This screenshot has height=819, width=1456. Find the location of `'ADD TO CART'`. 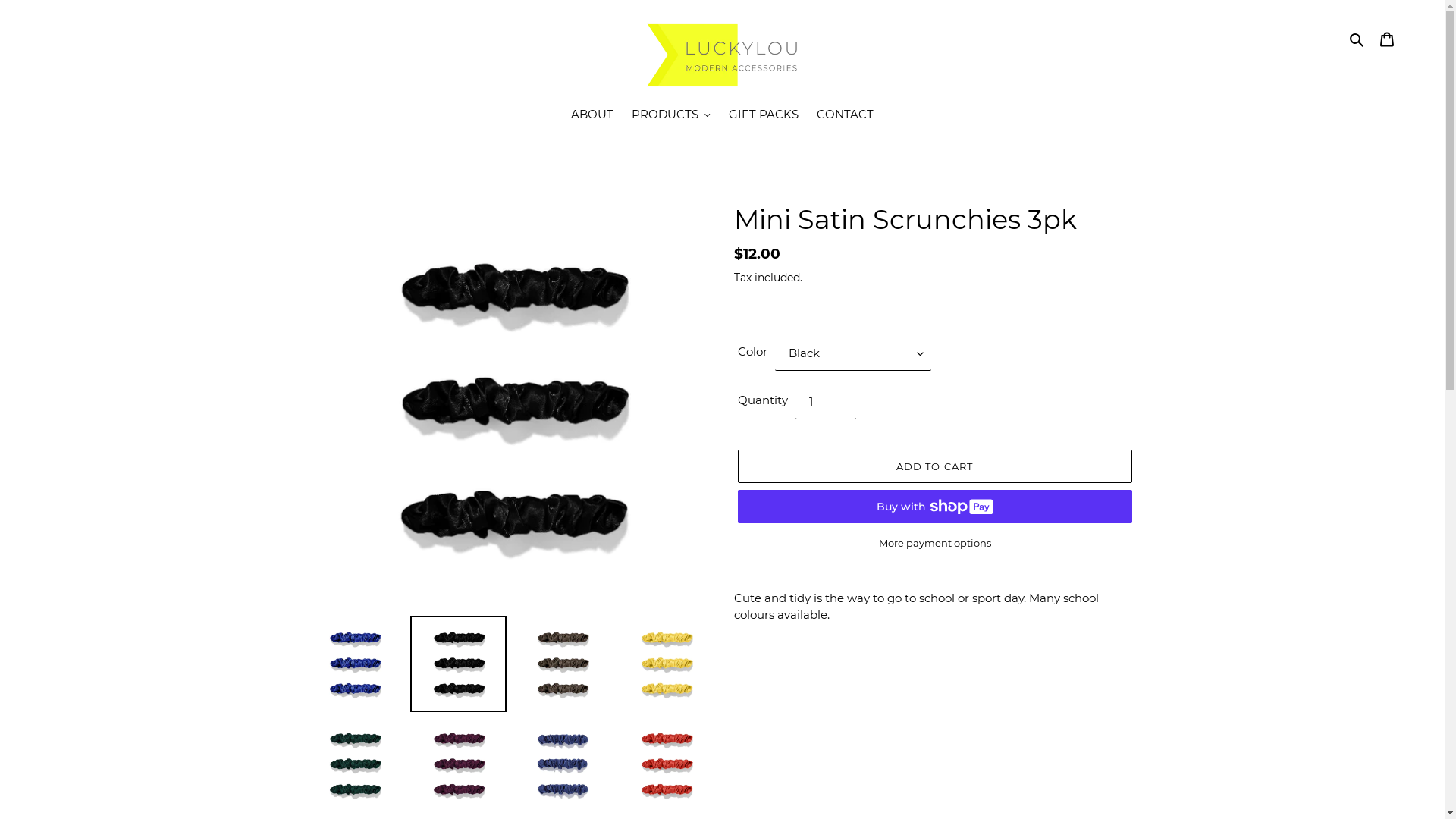

'ADD TO CART' is located at coordinates (934, 464).